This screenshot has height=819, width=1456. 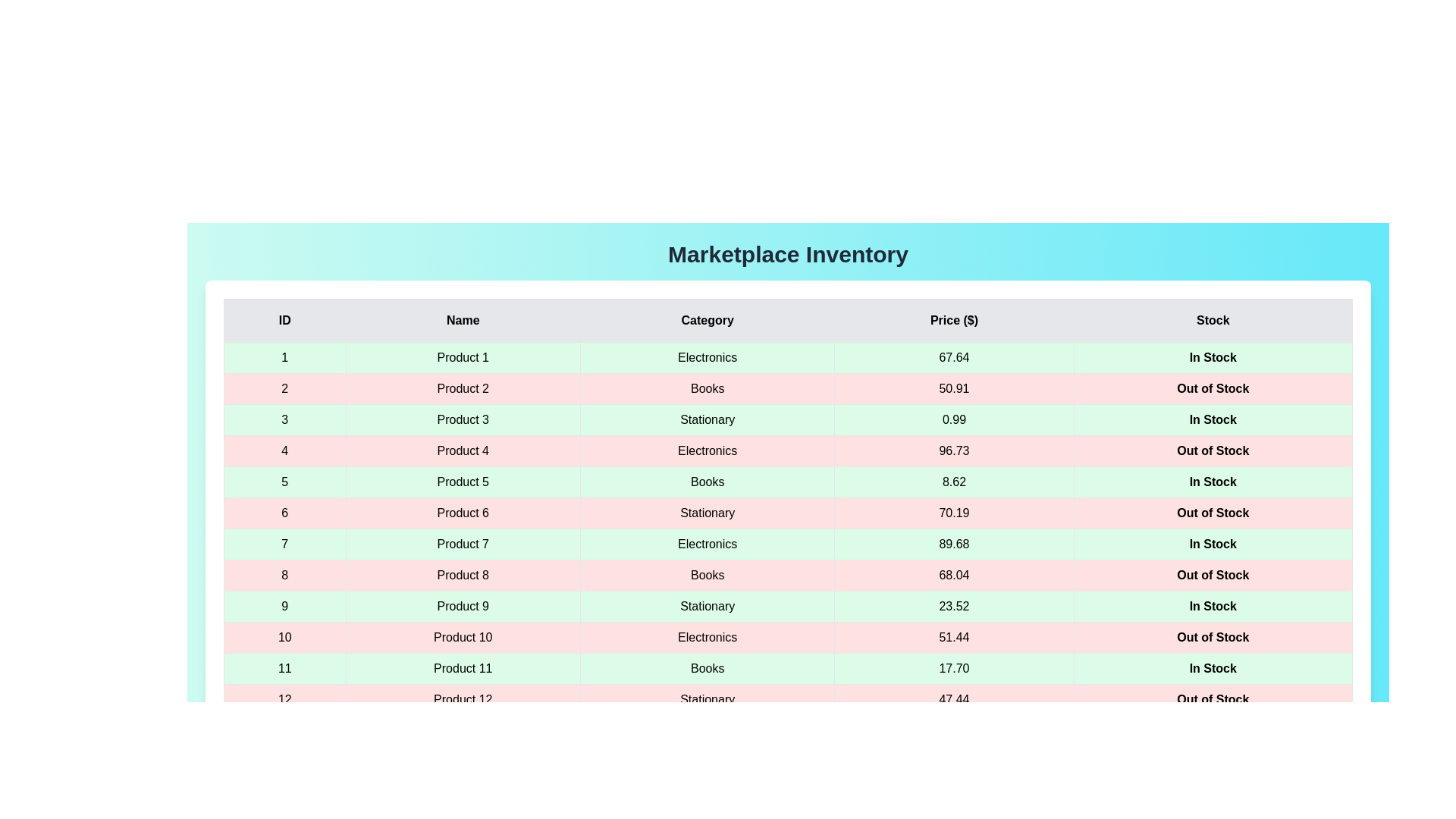 I want to click on the column header labeled 'Name' to sort the table by that column, so click(x=462, y=320).